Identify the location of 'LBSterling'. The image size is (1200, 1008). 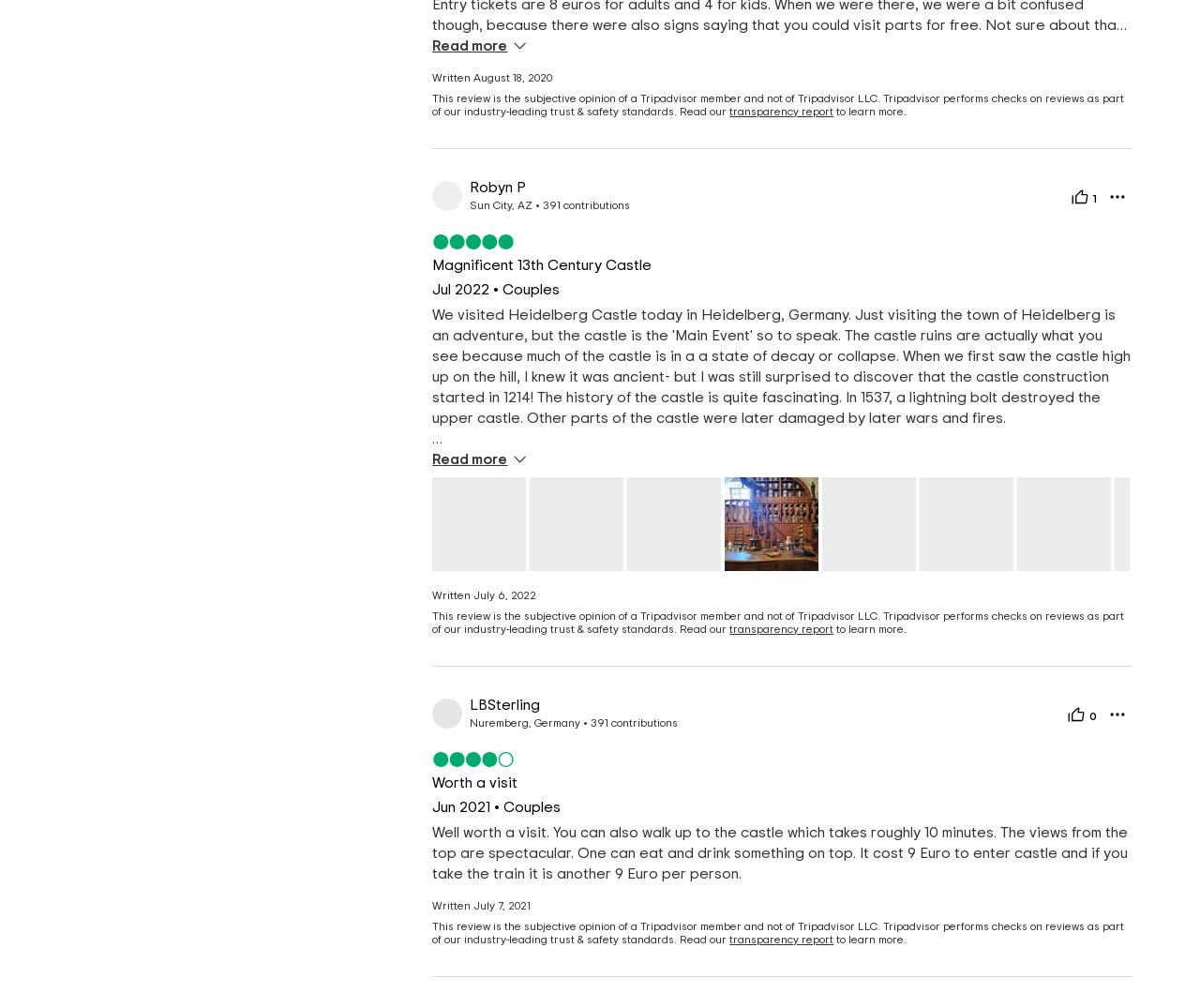
(504, 704).